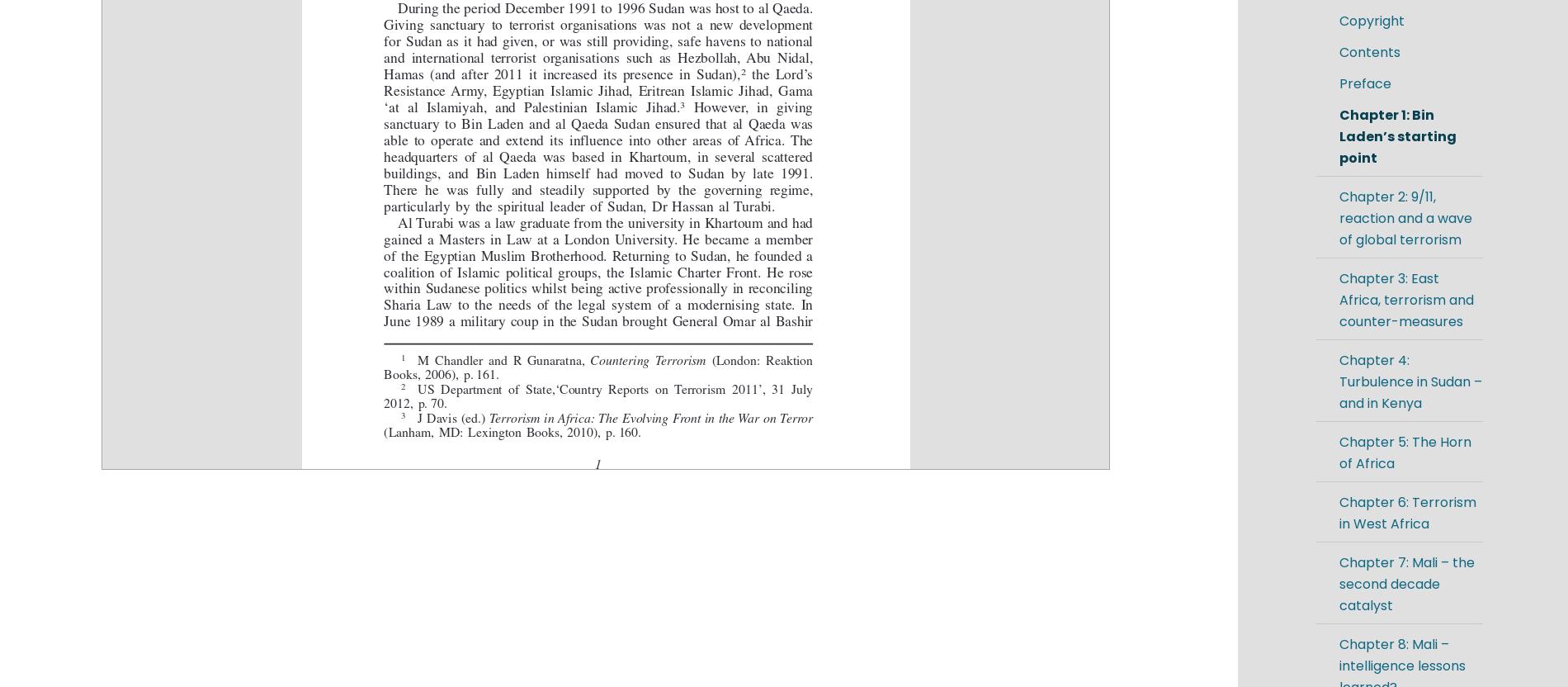 Image resolution: width=1568 pixels, height=687 pixels. I want to click on 'Chapter 1: Bin Laden’s starting point', so click(1339, 135).